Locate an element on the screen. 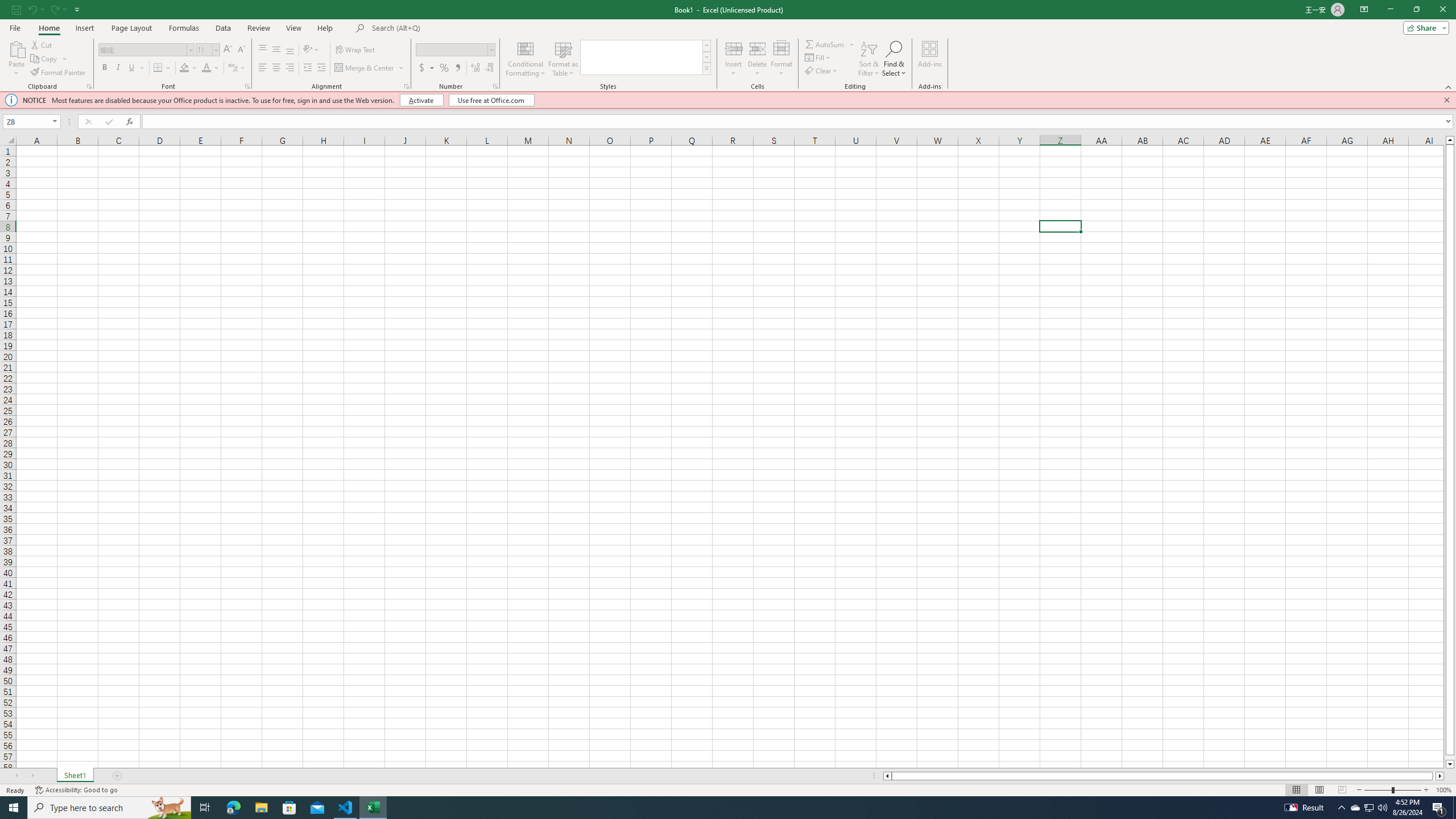 This screenshot has width=1456, height=819. 'Wrap Text' is located at coordinates (355, 49).